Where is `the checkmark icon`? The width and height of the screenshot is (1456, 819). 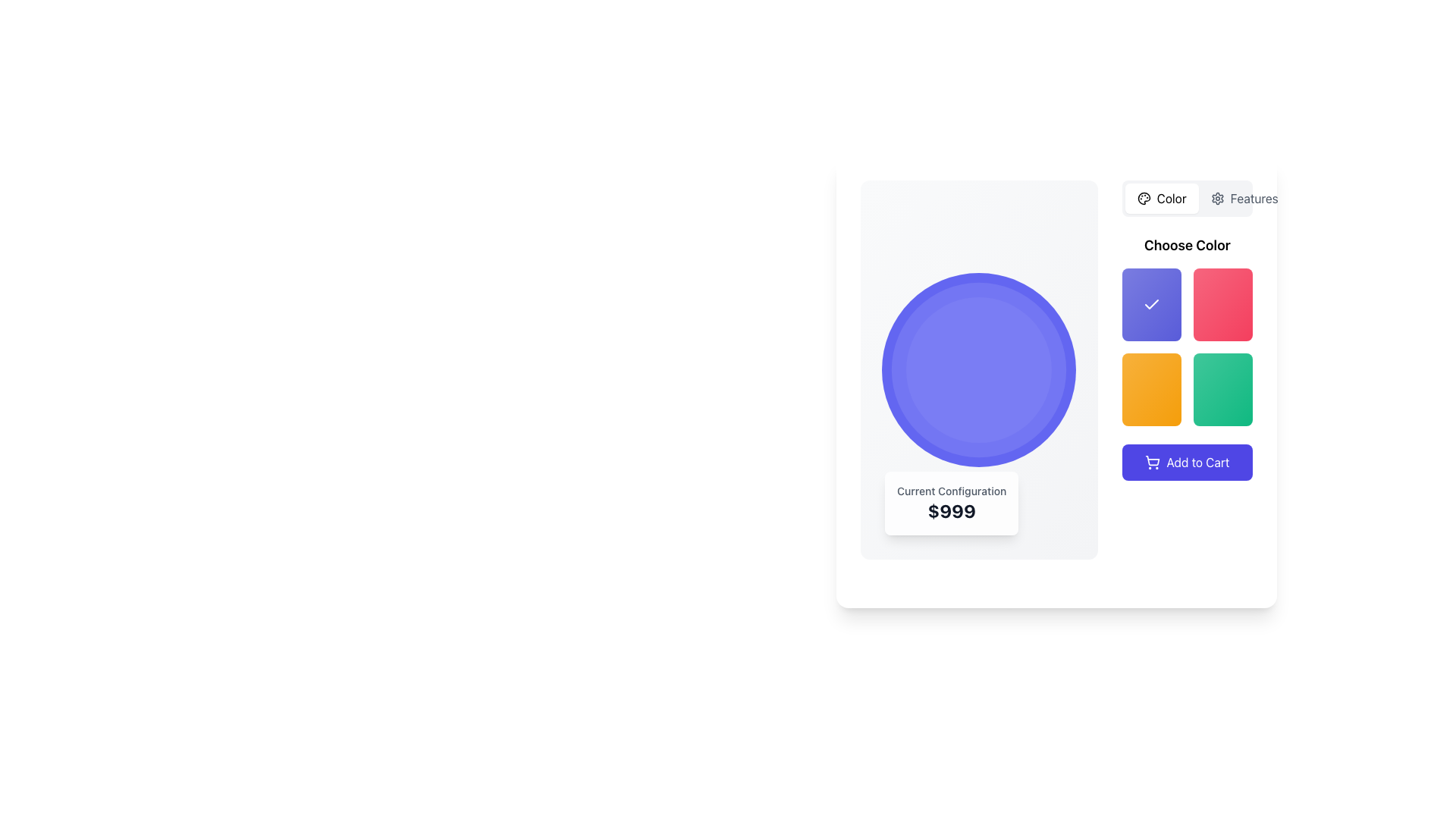
the checkmark icon is located at coordinates (1151, 304).